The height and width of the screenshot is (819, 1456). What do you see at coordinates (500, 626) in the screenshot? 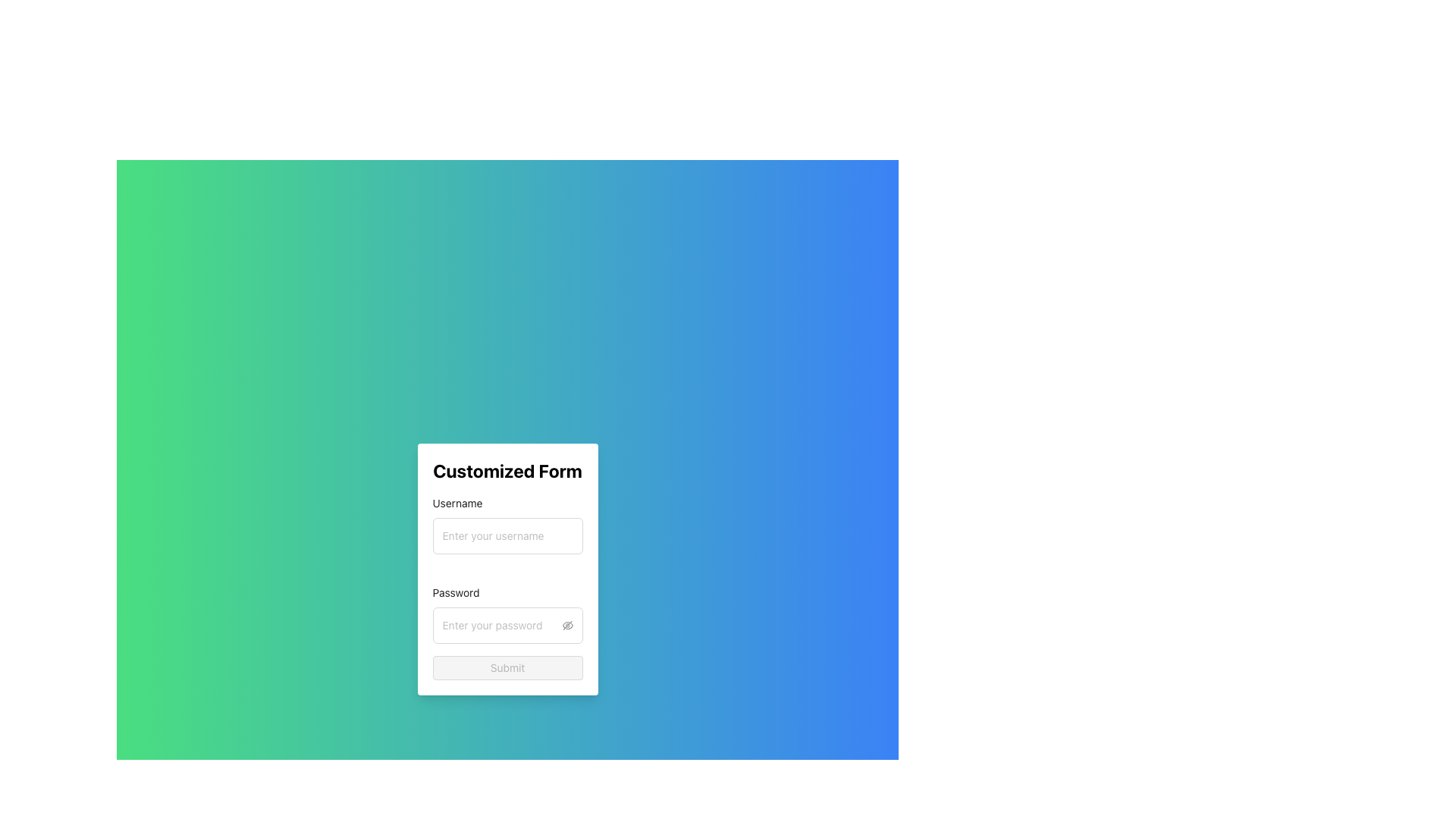
I see `the password input field with placeholder 'Enter your password'` at bounding box center [500, 626].